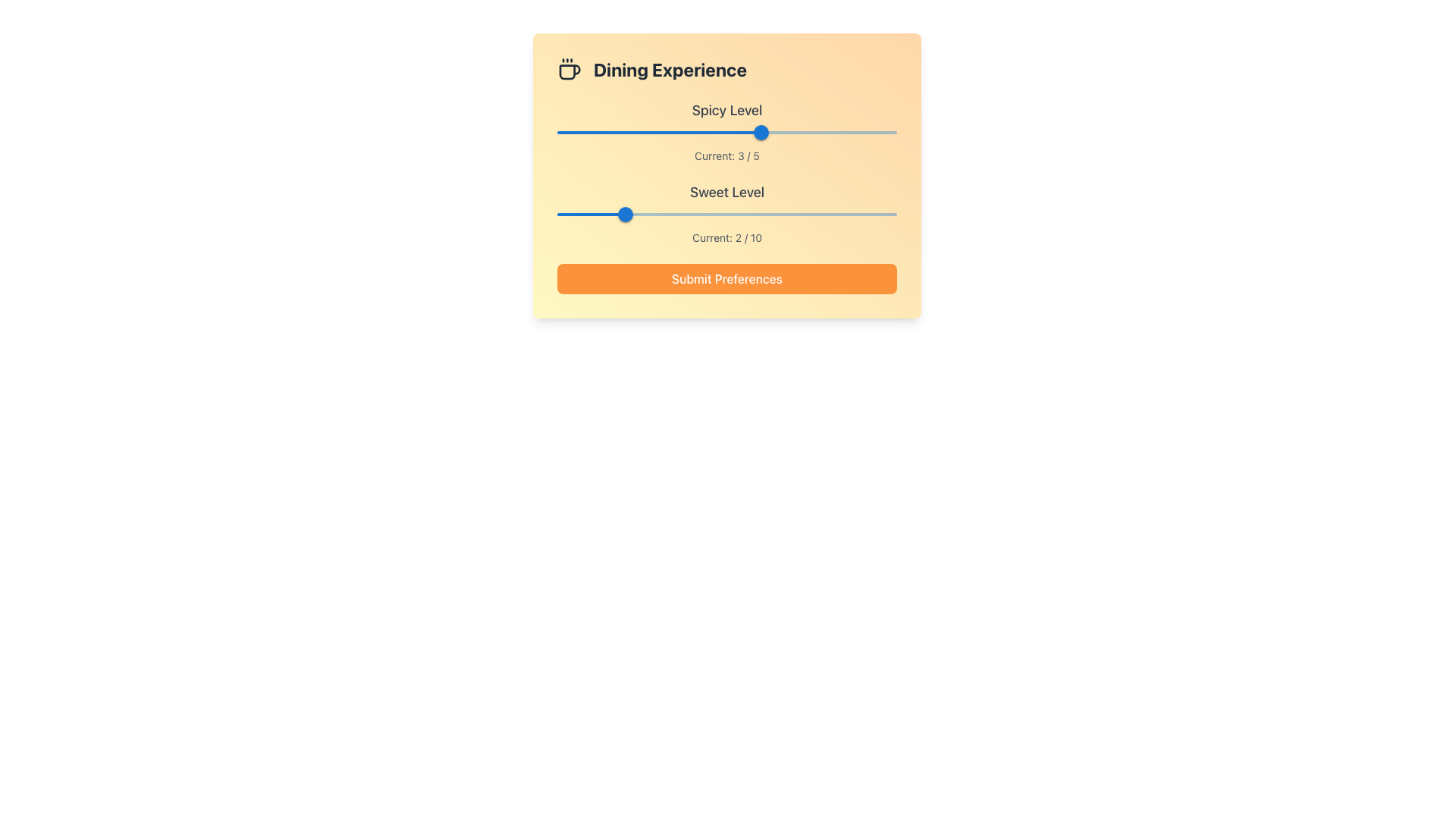 The image size is (1456, 819). What do you see at coordinates (569, 72) in the screenshot?
I see `the body of the coffee cup icon located at the top left corner of the 'Dining Experience' card` at bounding box center [569, 72].